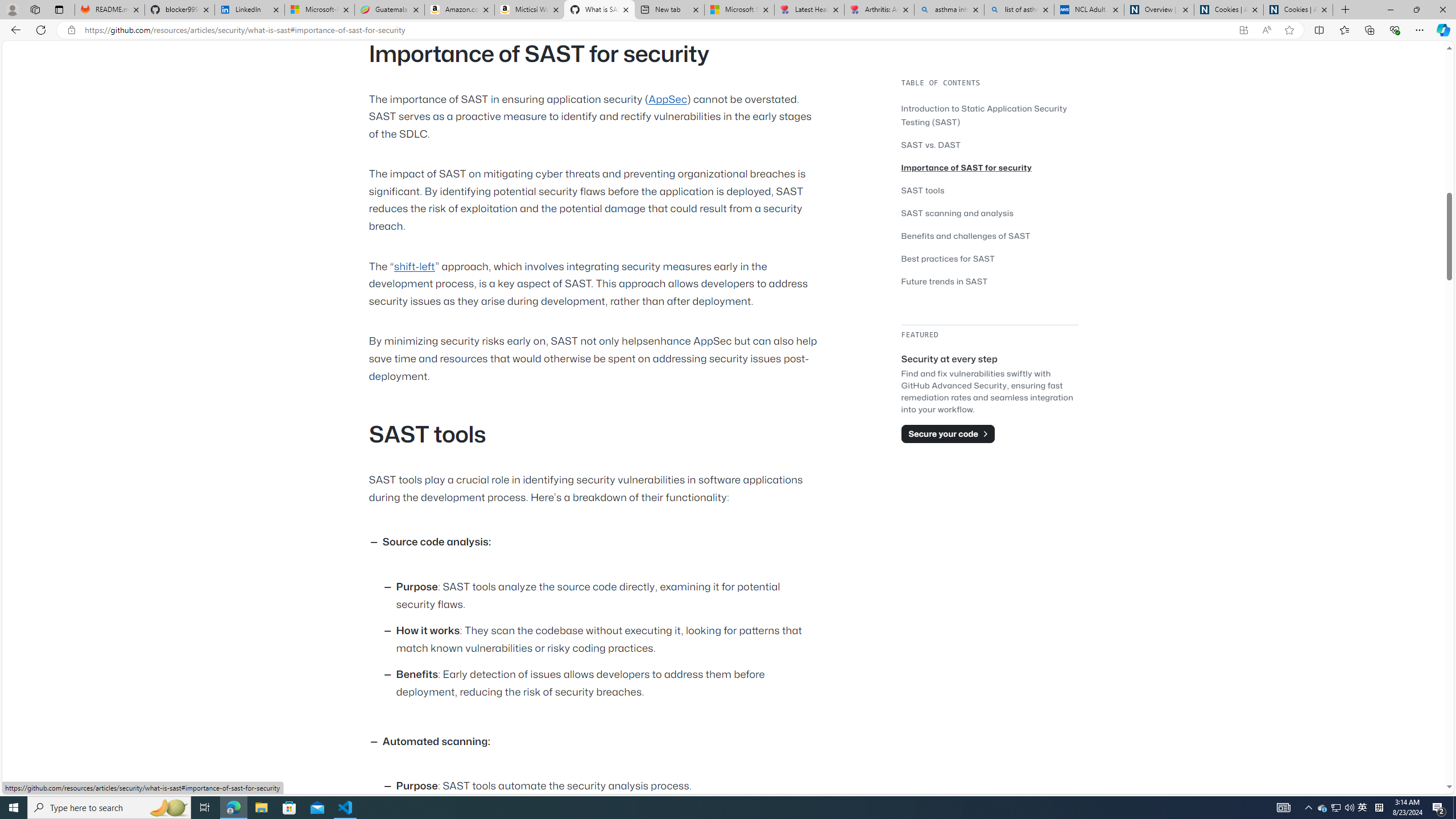 This screenshot has width=1456, height=819. What do you see at coordinates (990, 189) in the screenshot?
I see `'SAST tools'` at bounding box center [990, 189].